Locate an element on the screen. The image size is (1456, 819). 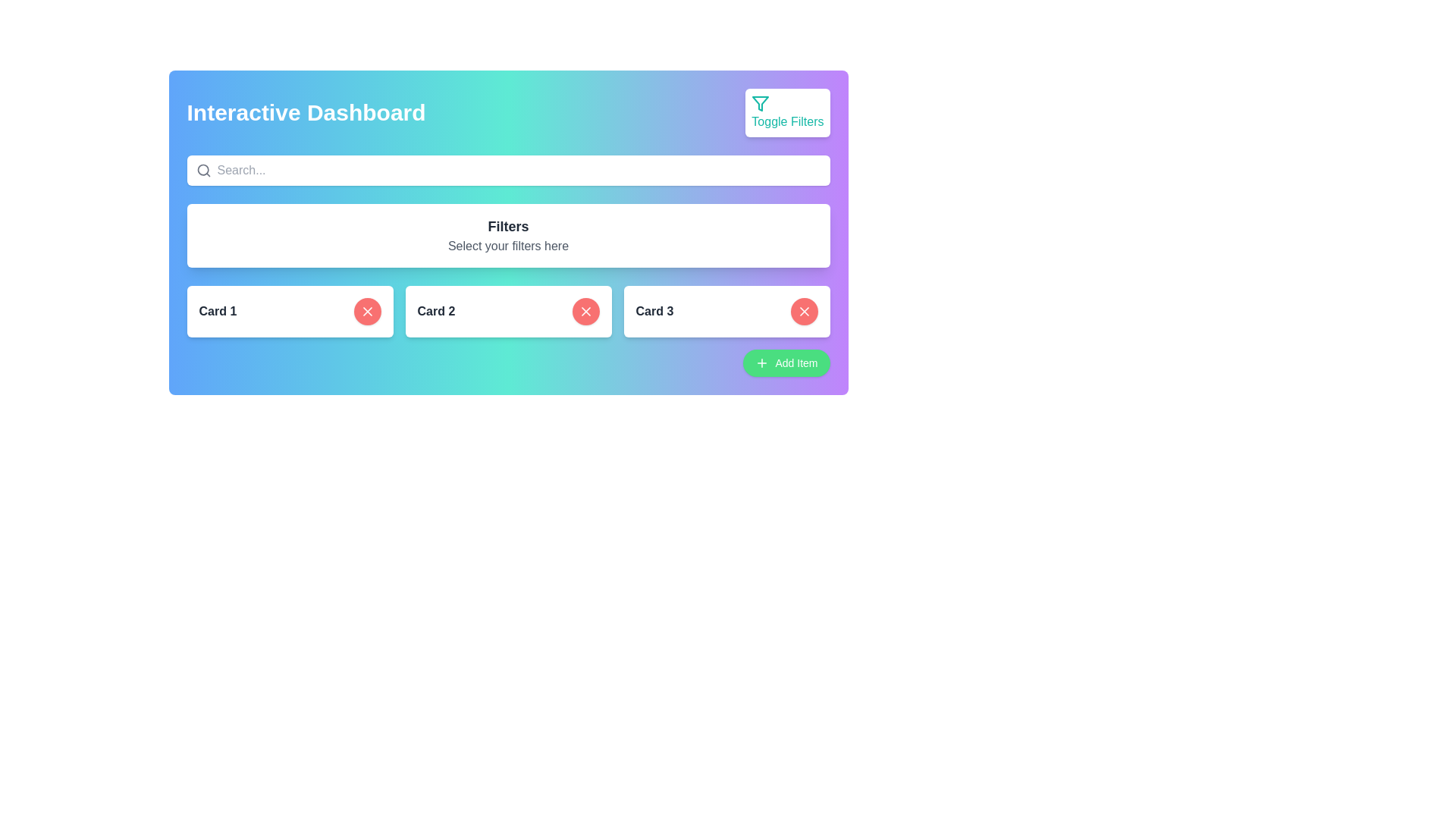
the triangular-shaped filter icon located beside the 'Toggle Filters' text in the top-right corner of the interface is located at coordinates (761, 103).